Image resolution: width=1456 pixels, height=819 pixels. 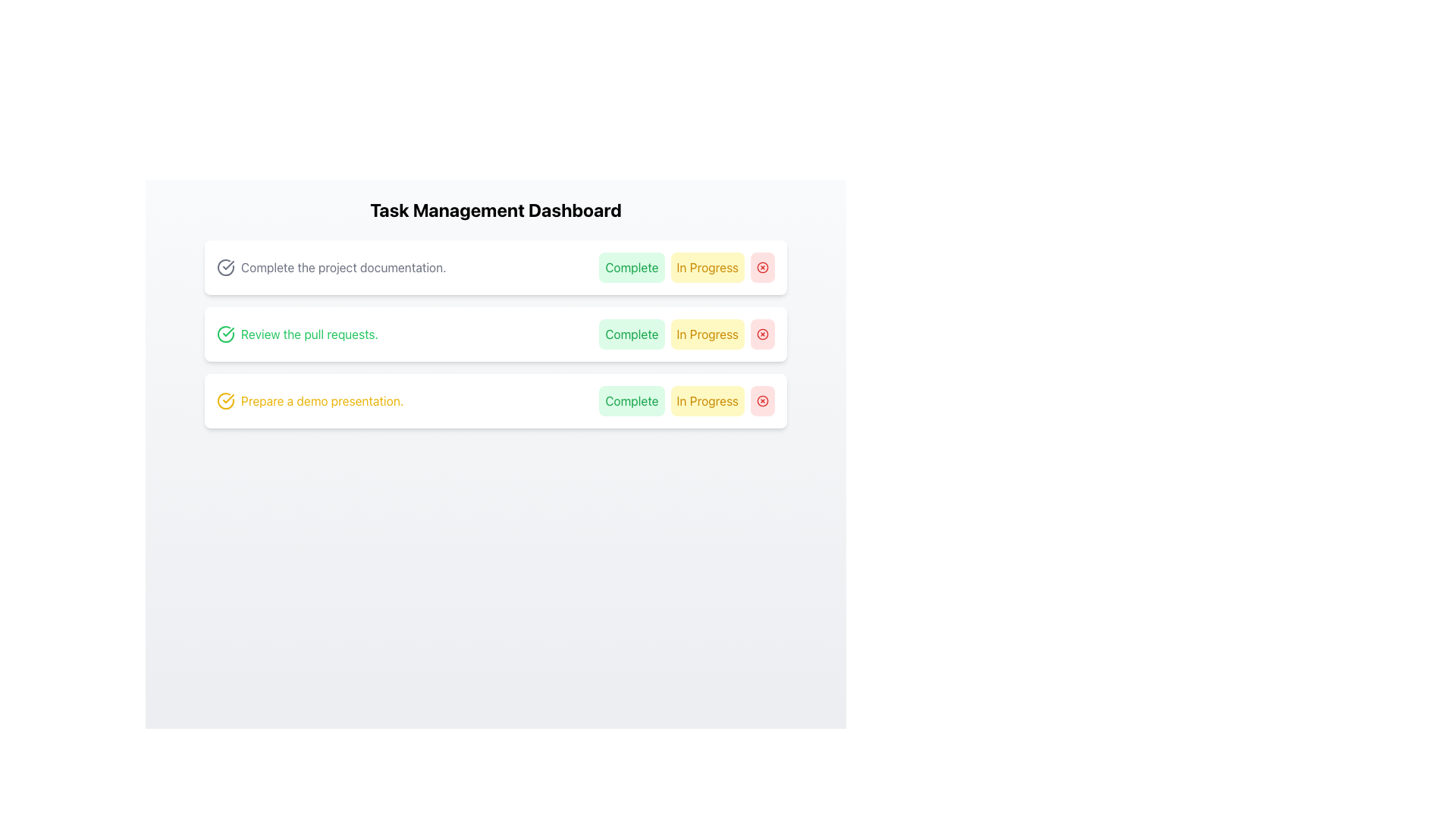 What do you see at coordinates (763, 400) in the screenshot?
I see `the graphical icon component that resembles an 'X', located at the far right of the third task item row in the task management dashboard` at bounding box center [763, 400].